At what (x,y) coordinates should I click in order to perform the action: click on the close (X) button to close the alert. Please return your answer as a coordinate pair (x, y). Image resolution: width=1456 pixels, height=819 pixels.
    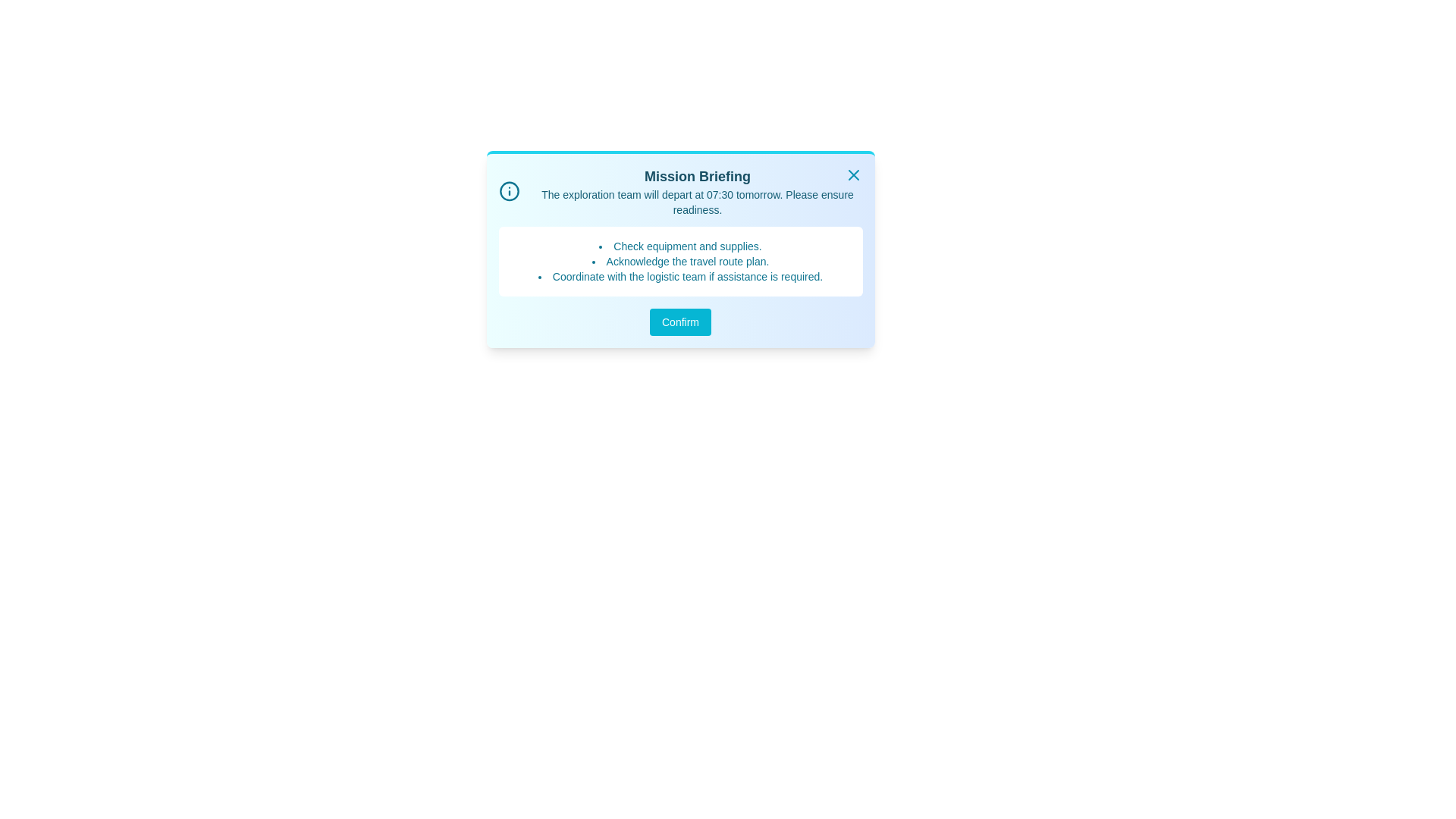
    Looking at the image, I should click on (853, 174).